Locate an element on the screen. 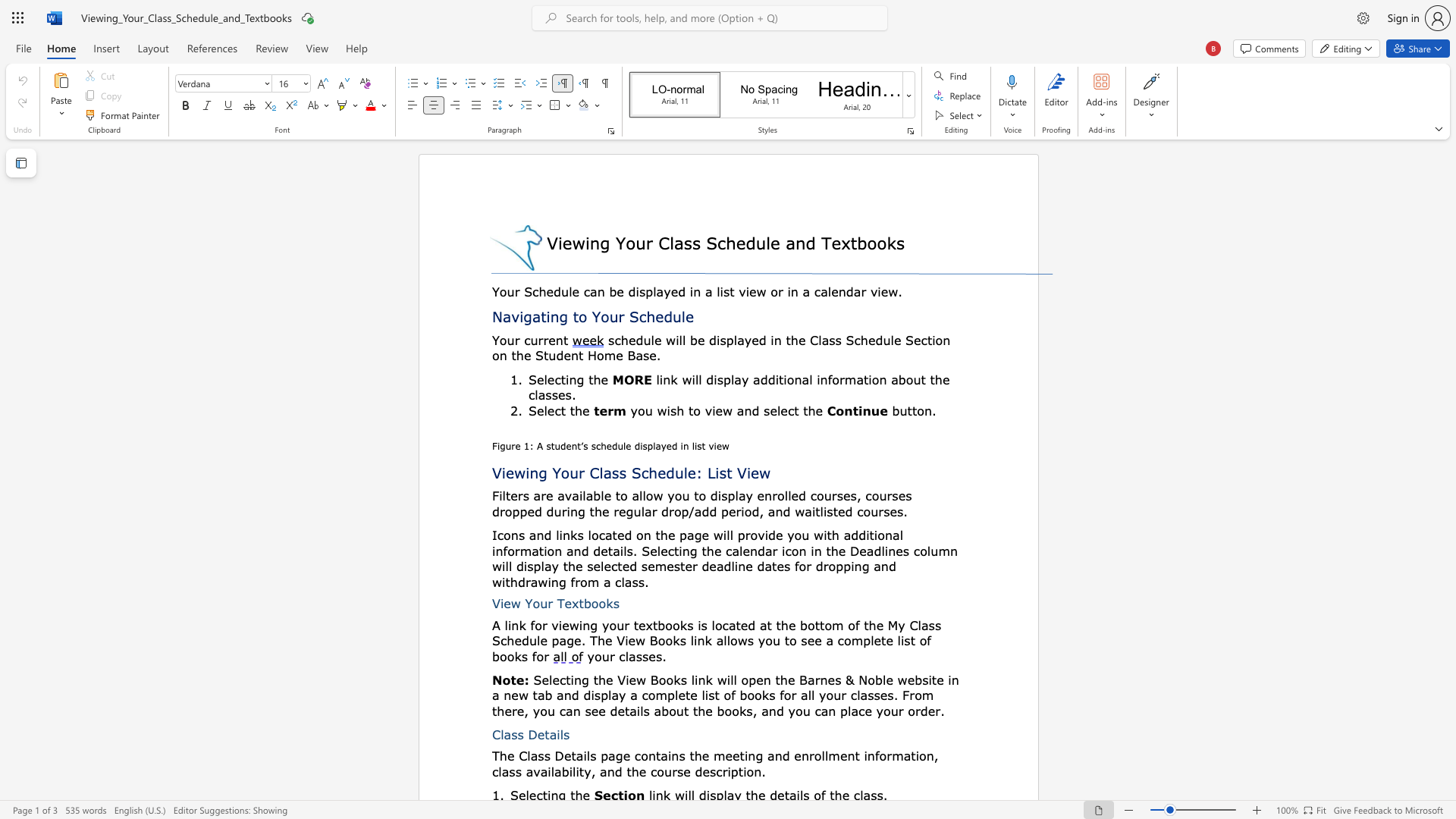 The image size is (1456, 819). the subset text "Selecting th" within the text "Selecting the" is located at coordinates (528, 378).